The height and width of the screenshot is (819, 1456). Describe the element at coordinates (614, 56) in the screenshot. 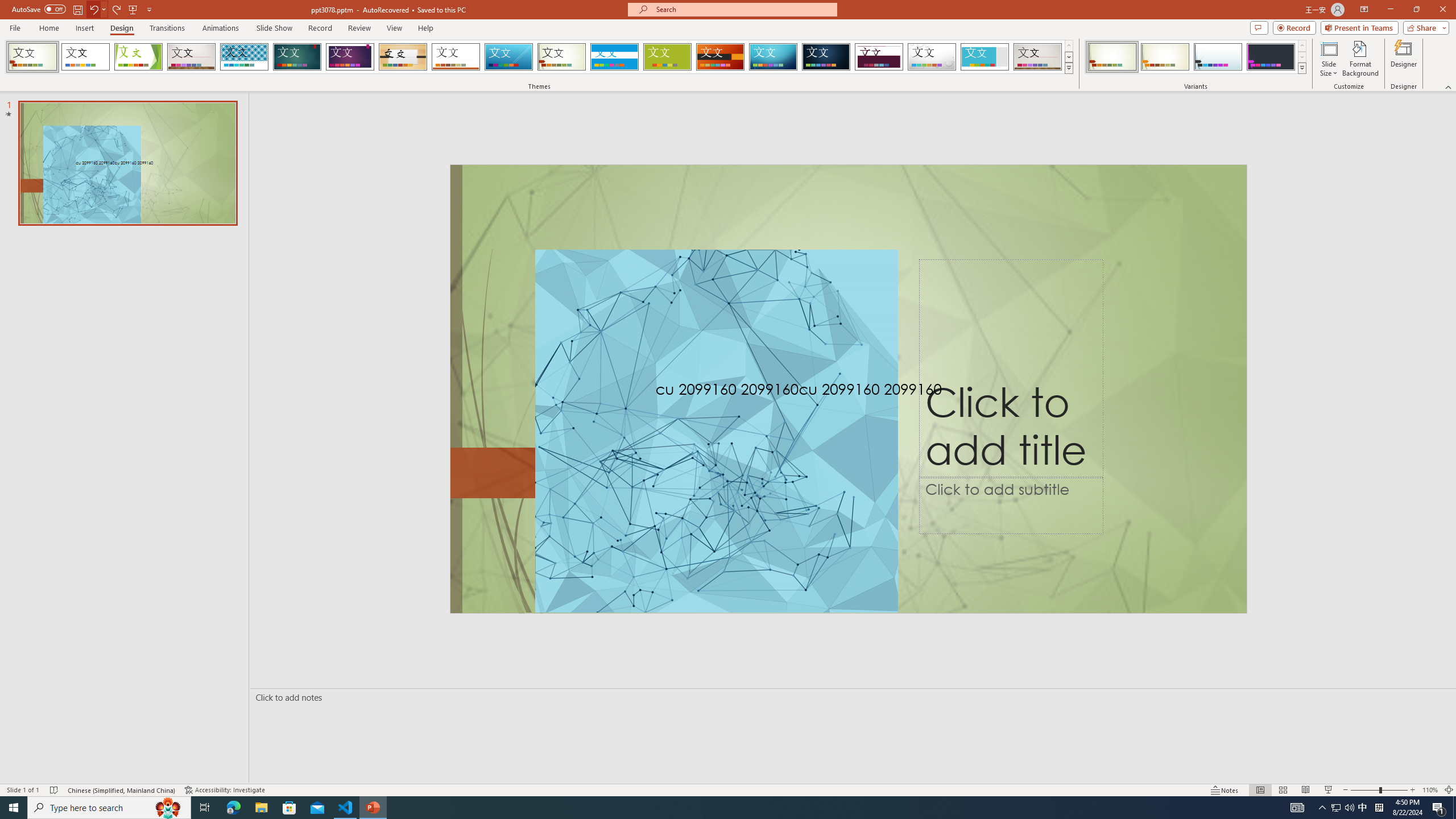

I see `'Banded'` at that location.